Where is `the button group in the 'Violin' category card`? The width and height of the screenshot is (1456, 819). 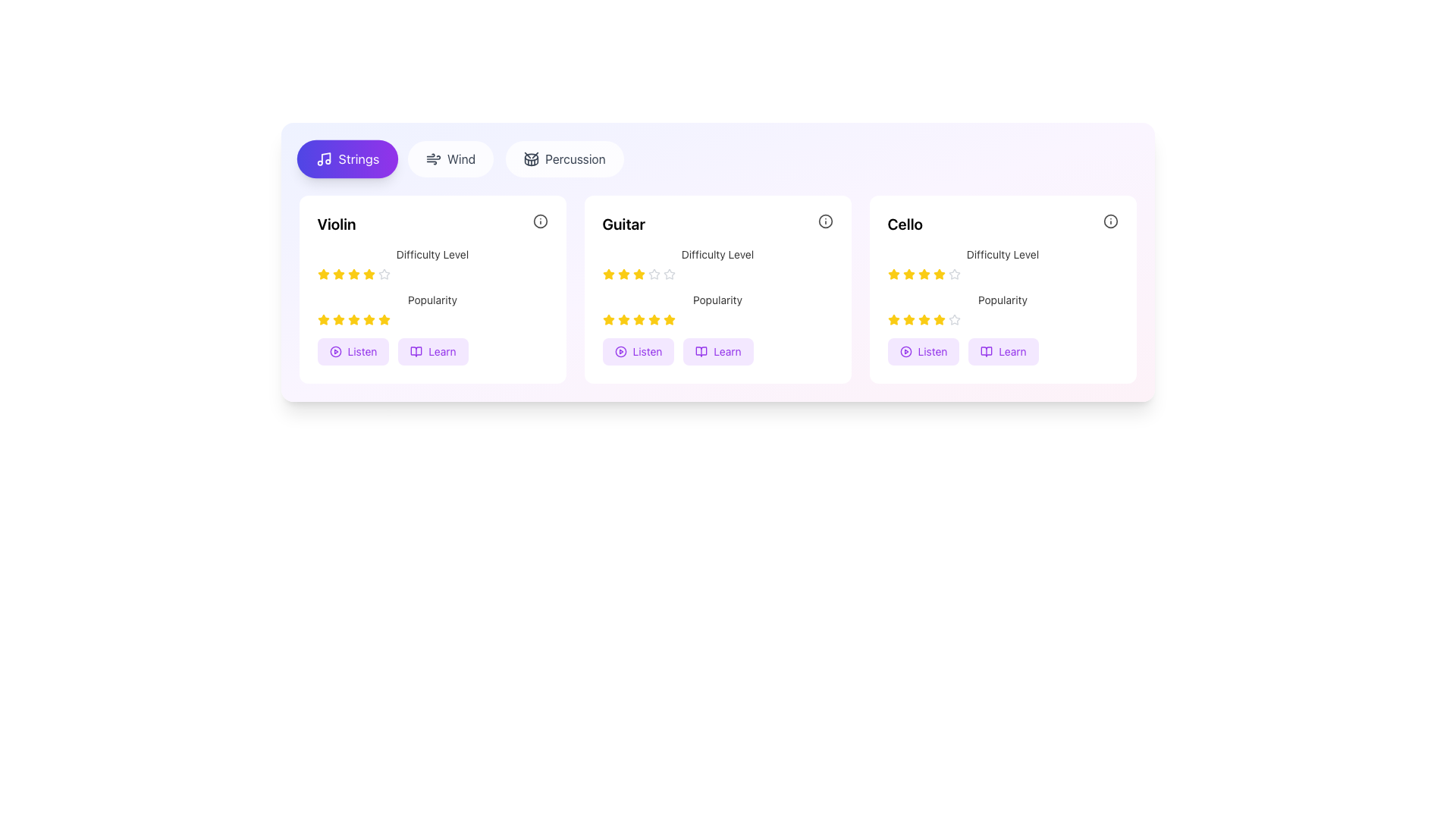 the button group in the 'Violin' category card is located at coordinates (431, 351).